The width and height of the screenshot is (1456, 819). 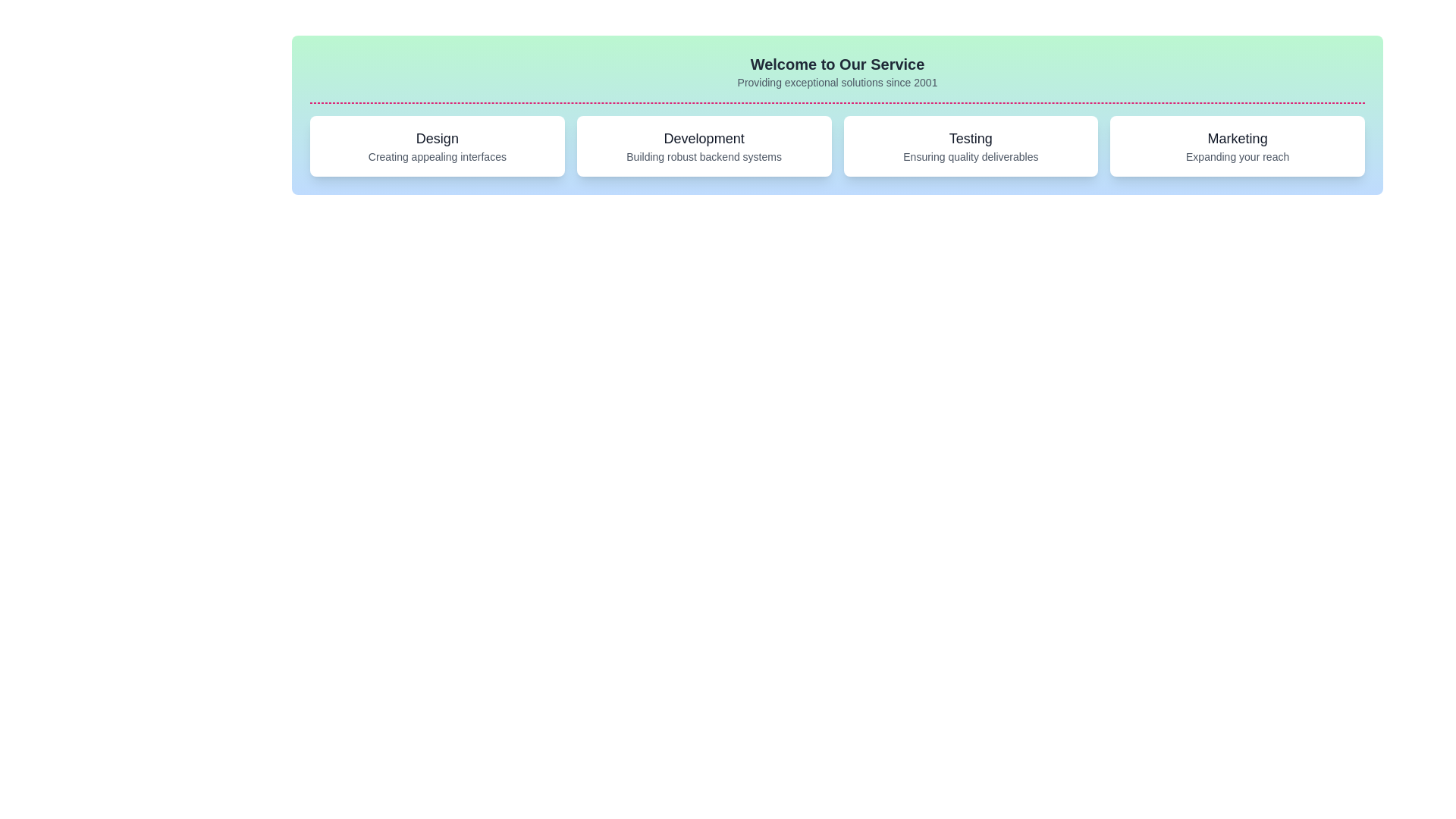 I want to click on the decorative horizontal line, which is a thin, dashed pink border located underneath the introductory heading section, so click(x=836, y=102).